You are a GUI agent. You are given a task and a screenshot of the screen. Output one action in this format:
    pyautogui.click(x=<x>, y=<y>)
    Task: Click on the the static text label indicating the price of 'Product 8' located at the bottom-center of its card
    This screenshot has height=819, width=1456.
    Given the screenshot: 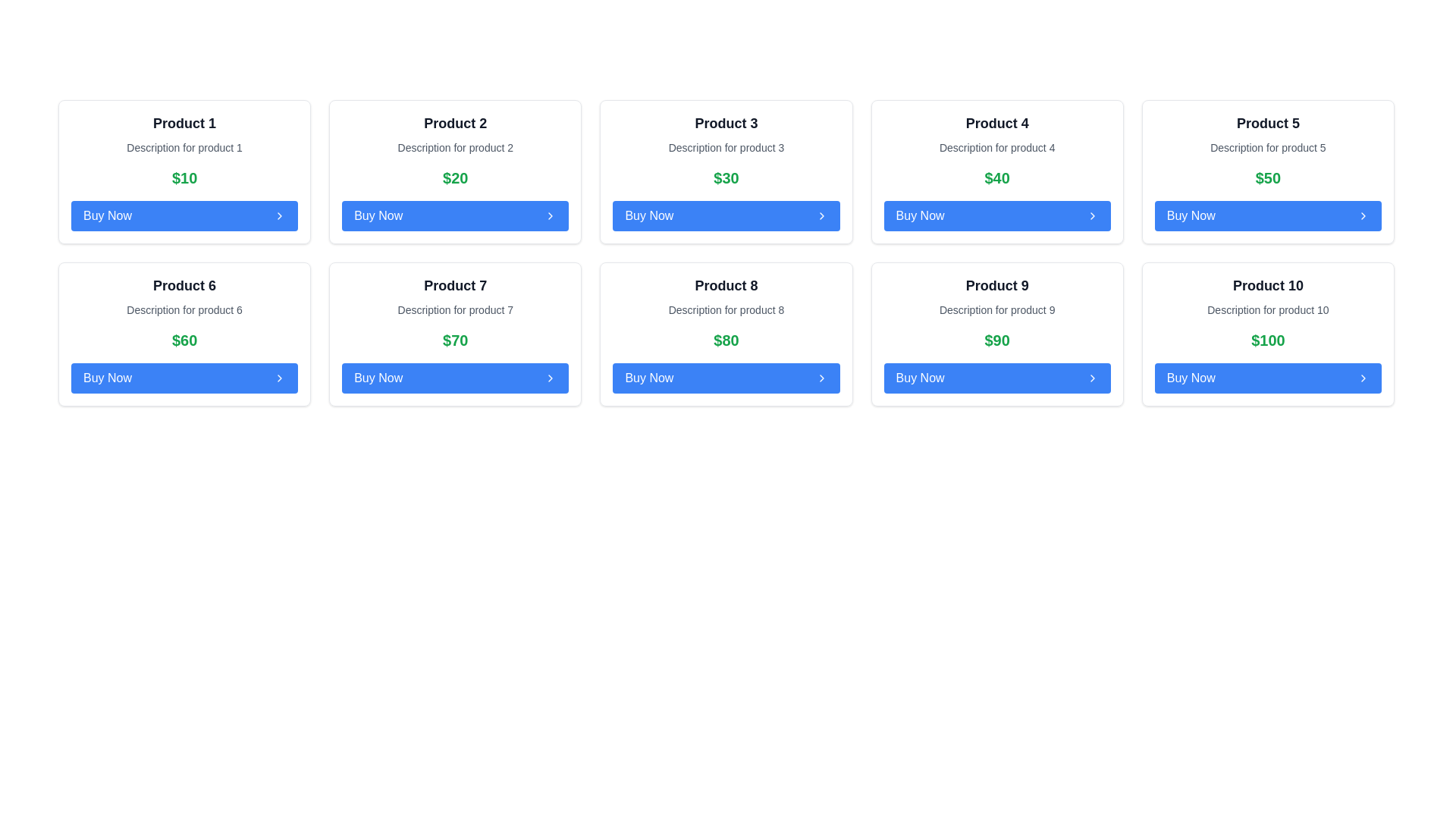 What is the action you would take?
    pyautogui.click(x=726, y=339)
    